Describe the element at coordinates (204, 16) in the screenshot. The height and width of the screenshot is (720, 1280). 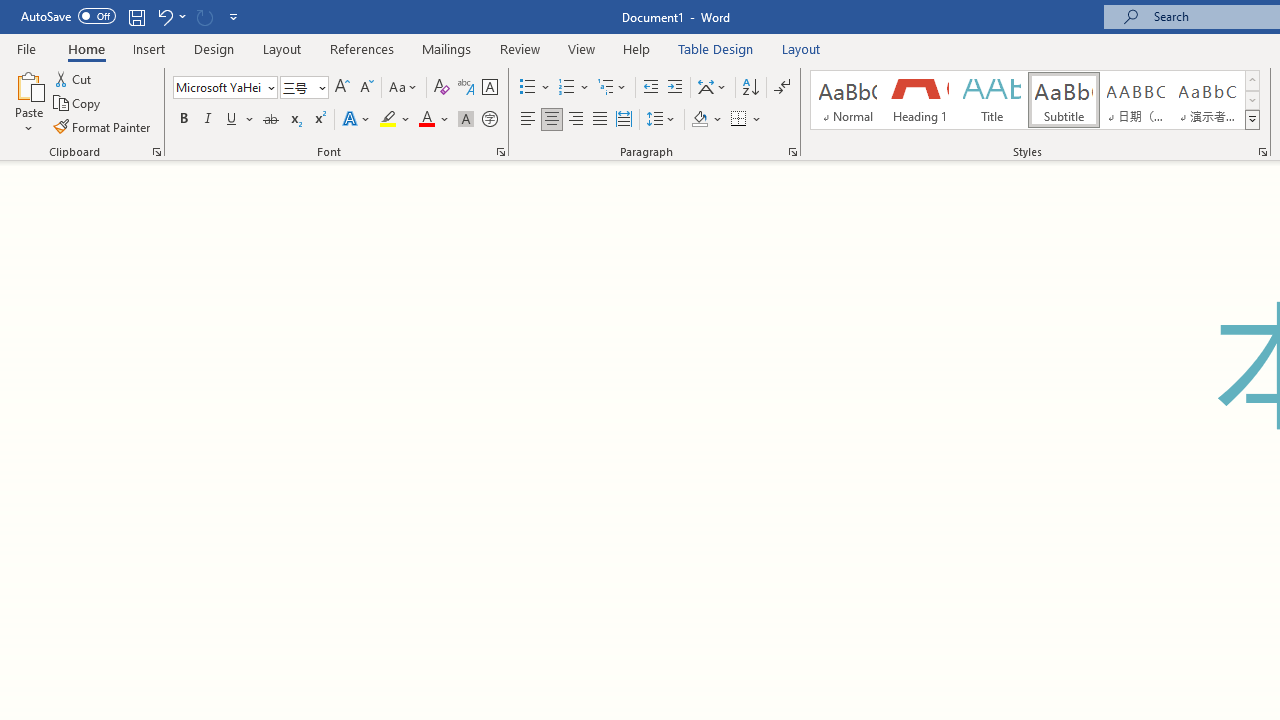
I see `'Can'` at that location.